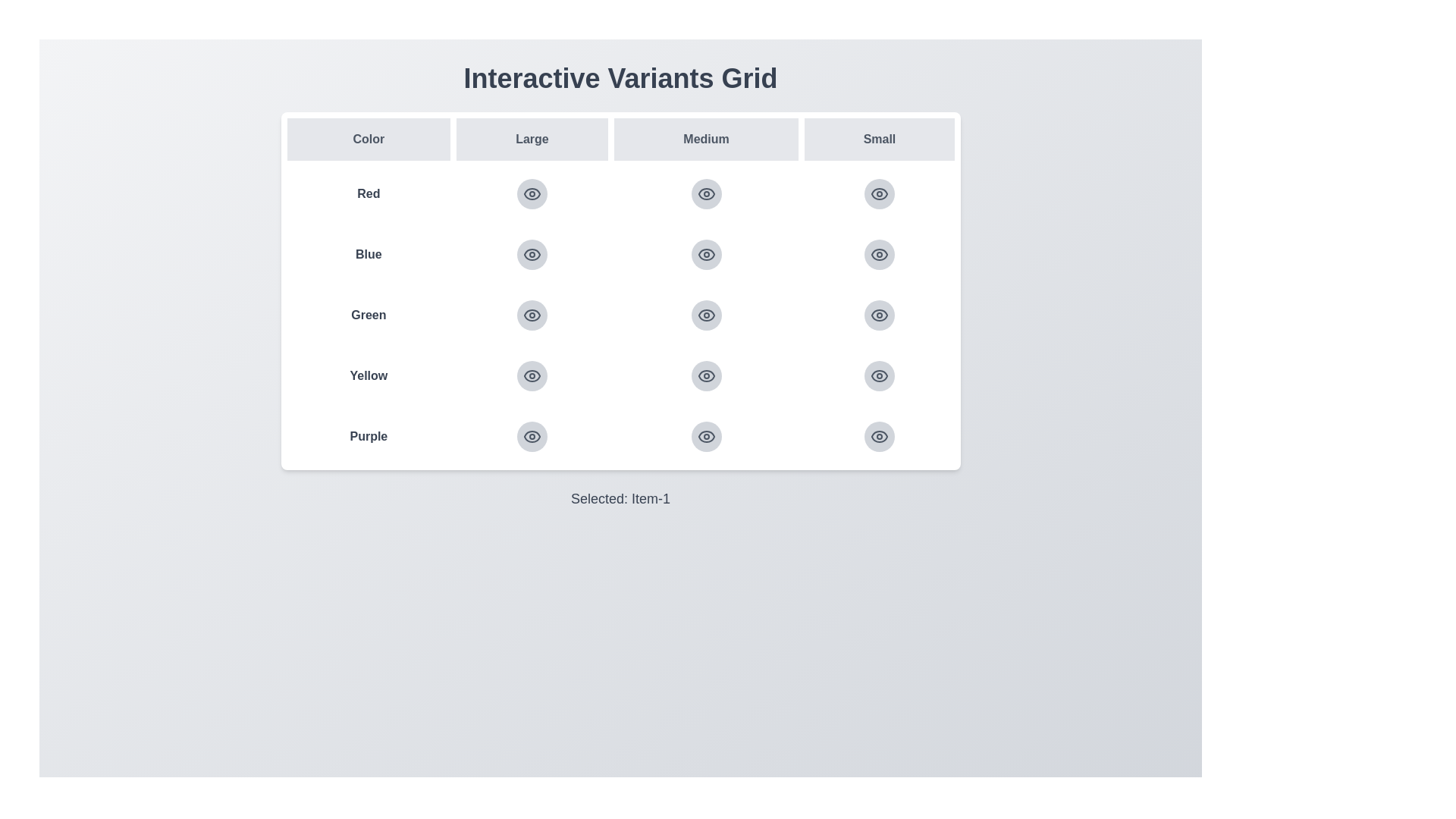 The image size is (1456, 819). I want to click on the eye icon located in the last row and third column of the grid component, which is enclosed within a circular background, so click(705, 436).